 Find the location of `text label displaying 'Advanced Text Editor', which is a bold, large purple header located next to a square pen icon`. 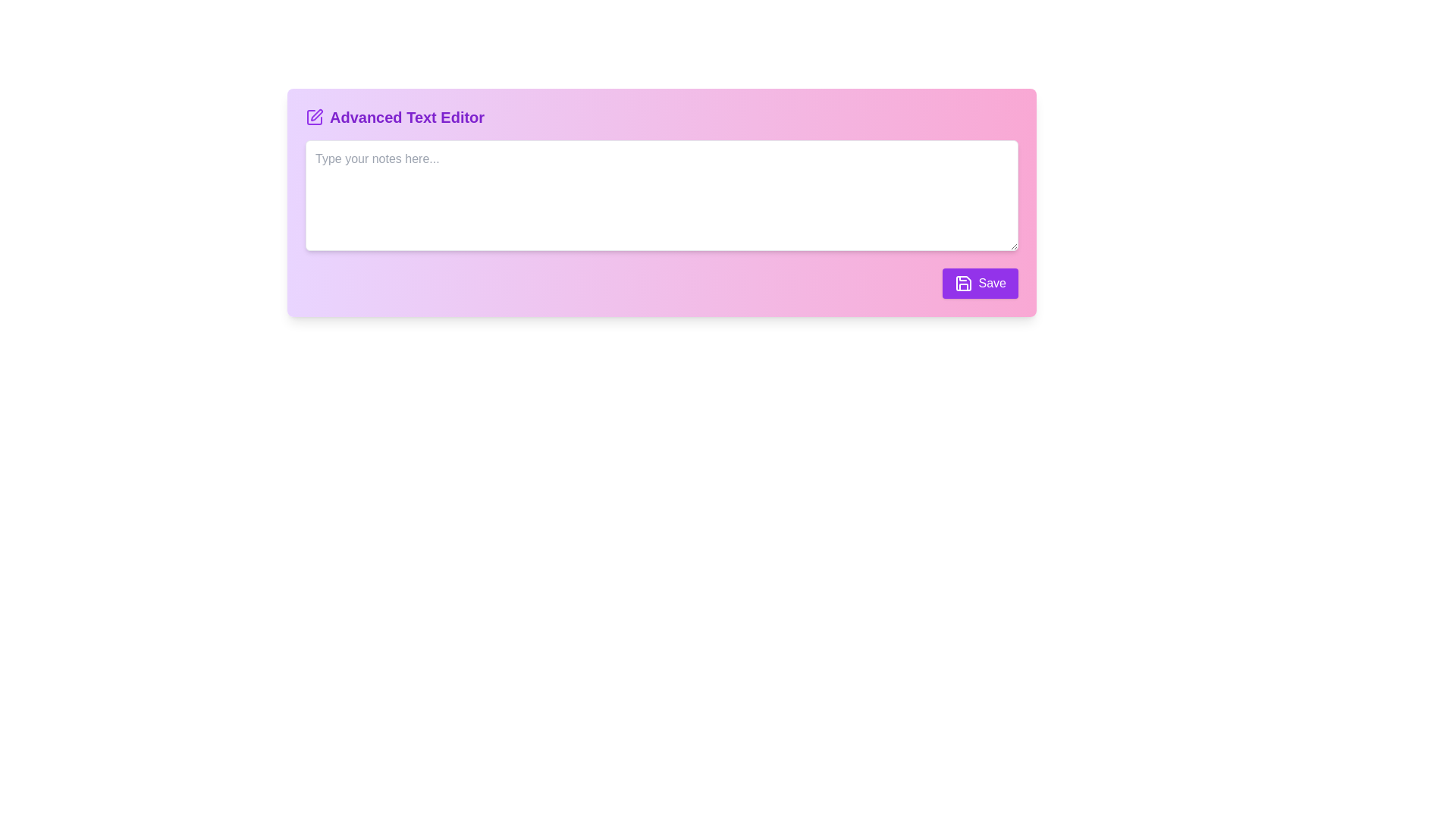

text label displaying 'Advanced Text Editor', which is a bold, large purple header located next to a square pen icon is located at coordinates (407, 116).